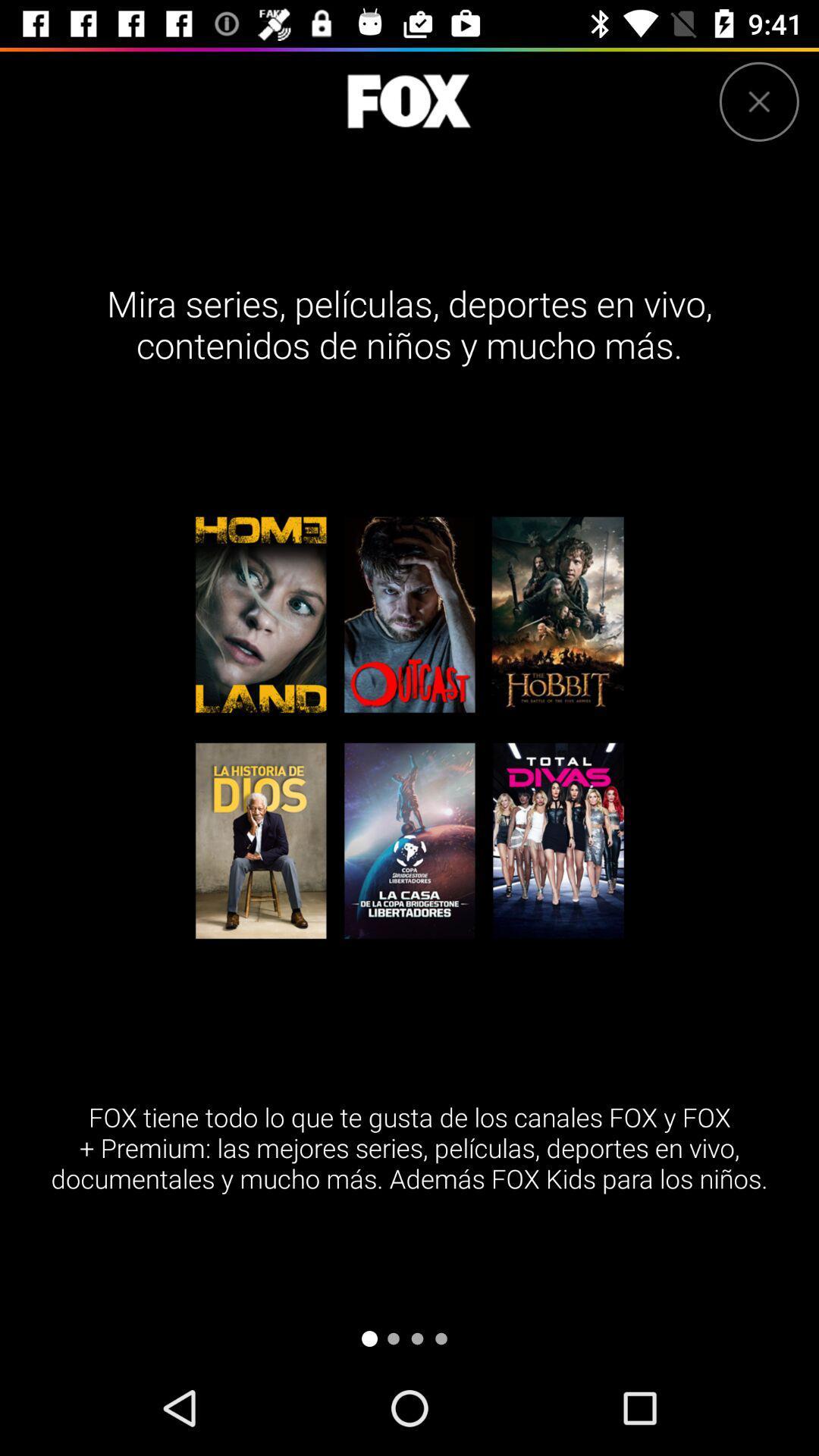  I want to click on the page, so click(759, 101).